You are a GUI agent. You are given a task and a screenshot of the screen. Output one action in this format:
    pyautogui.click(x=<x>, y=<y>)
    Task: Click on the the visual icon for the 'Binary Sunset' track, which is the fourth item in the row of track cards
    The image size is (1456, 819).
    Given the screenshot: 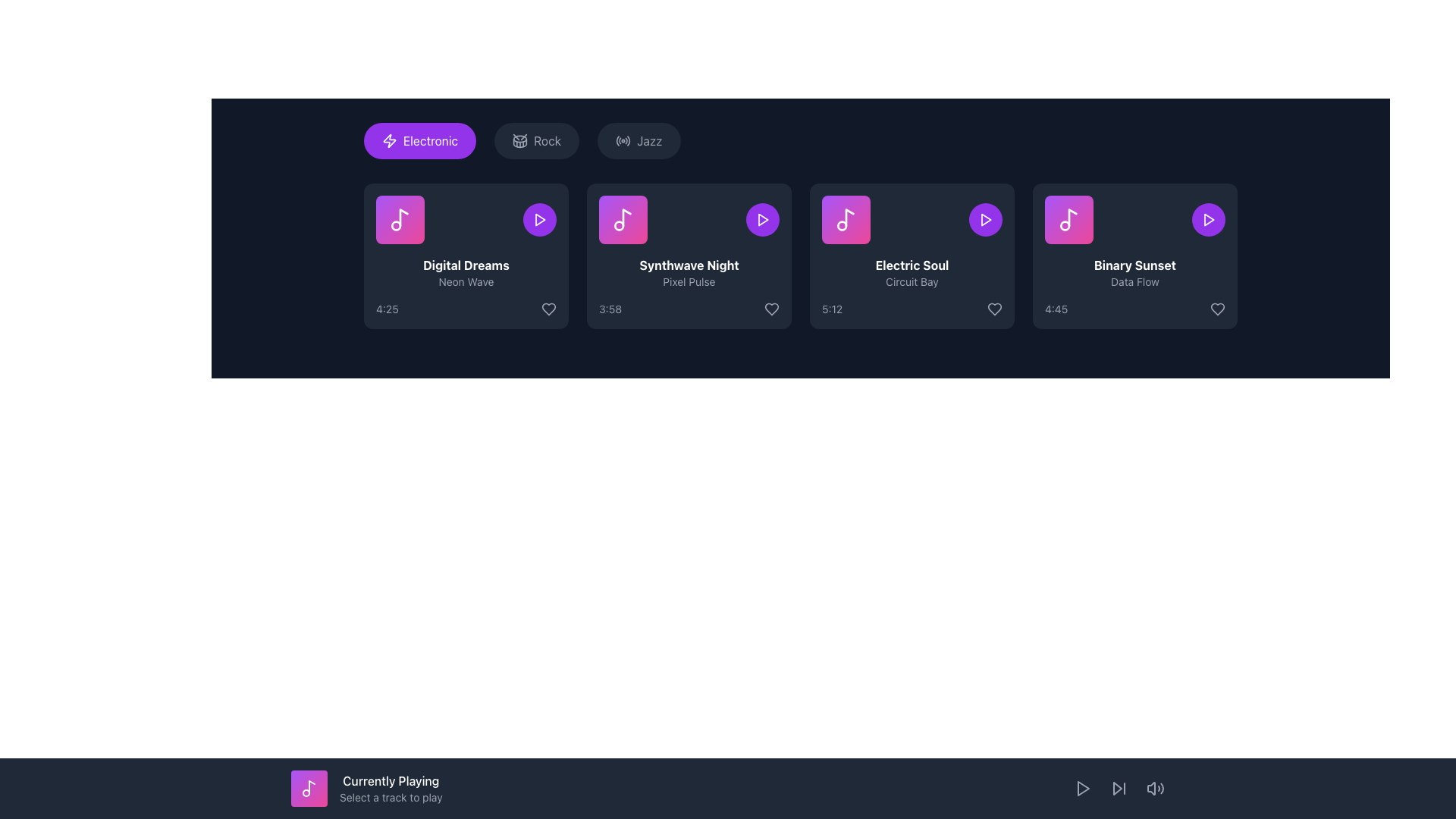 What is the action you would take?
    pyautogui.click(x=1068, y=219)
    